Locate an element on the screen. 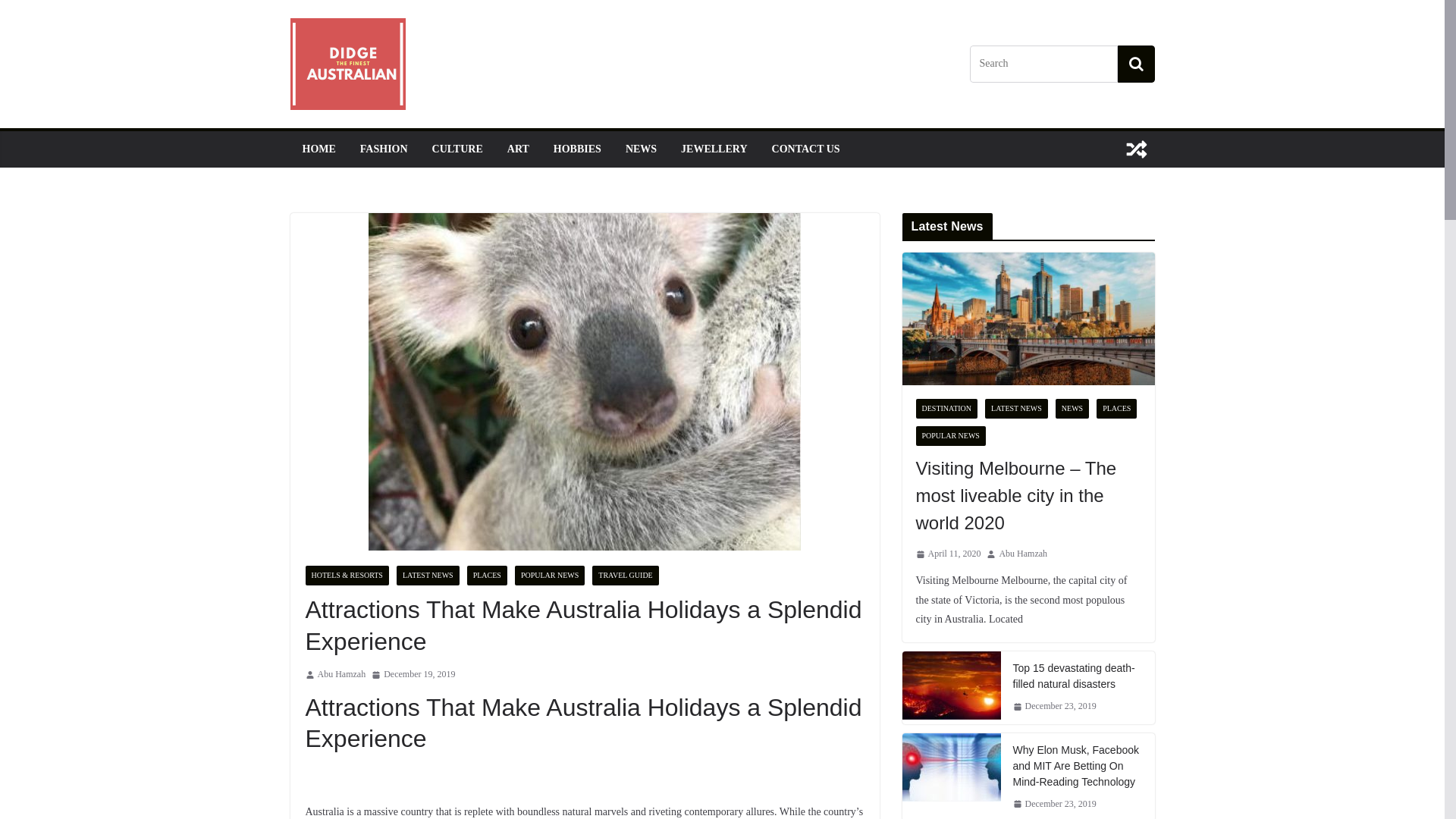 The image size is (1456, 819). 'View a random post' is located at coordinates (1135, 149).